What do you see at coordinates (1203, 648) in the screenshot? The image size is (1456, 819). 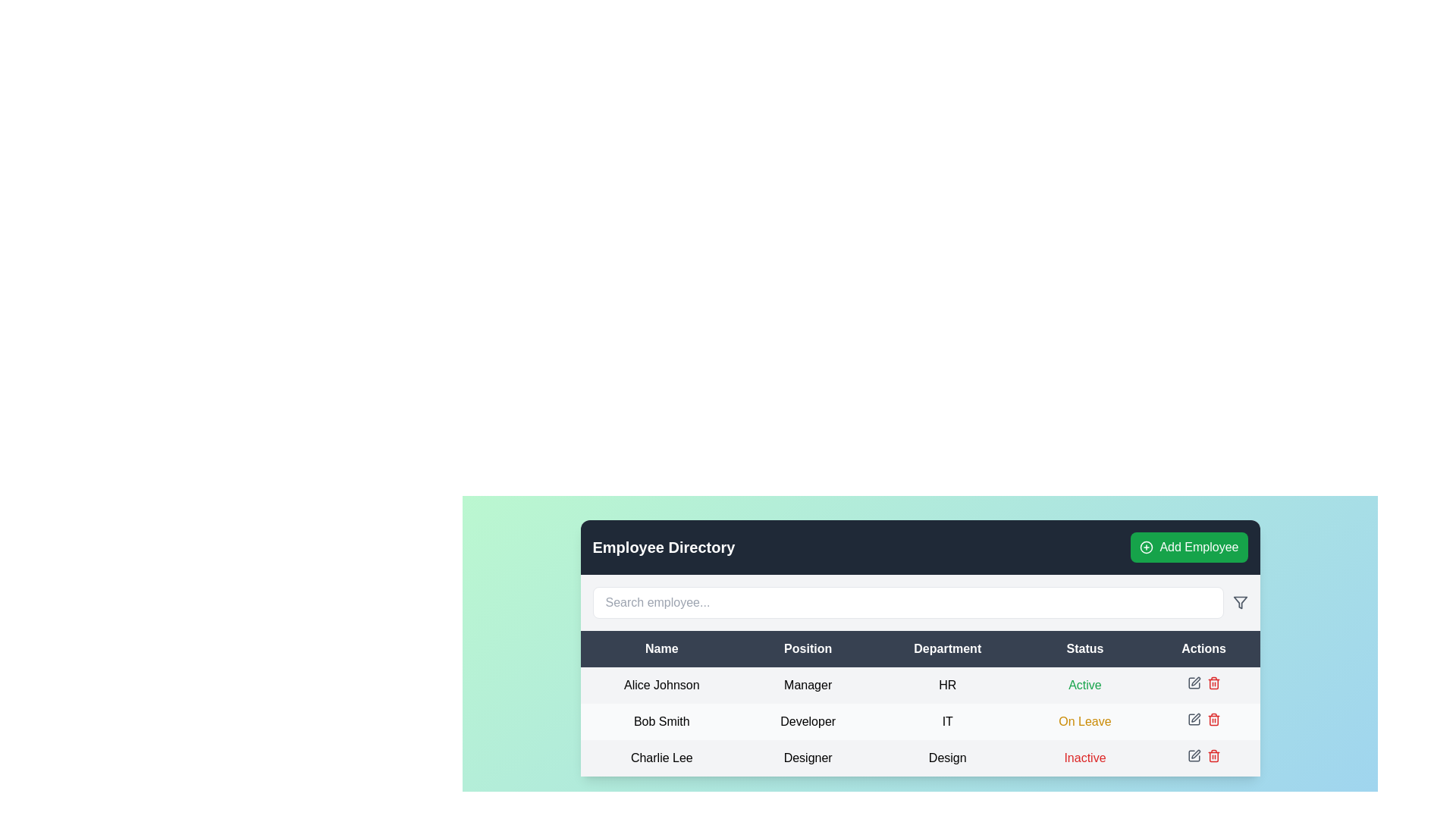 I see `the 'Actions' label, which is styled with a dark background and white text, located in the fifth position of the header row in the table layout` at bounding box center [1203, 648].